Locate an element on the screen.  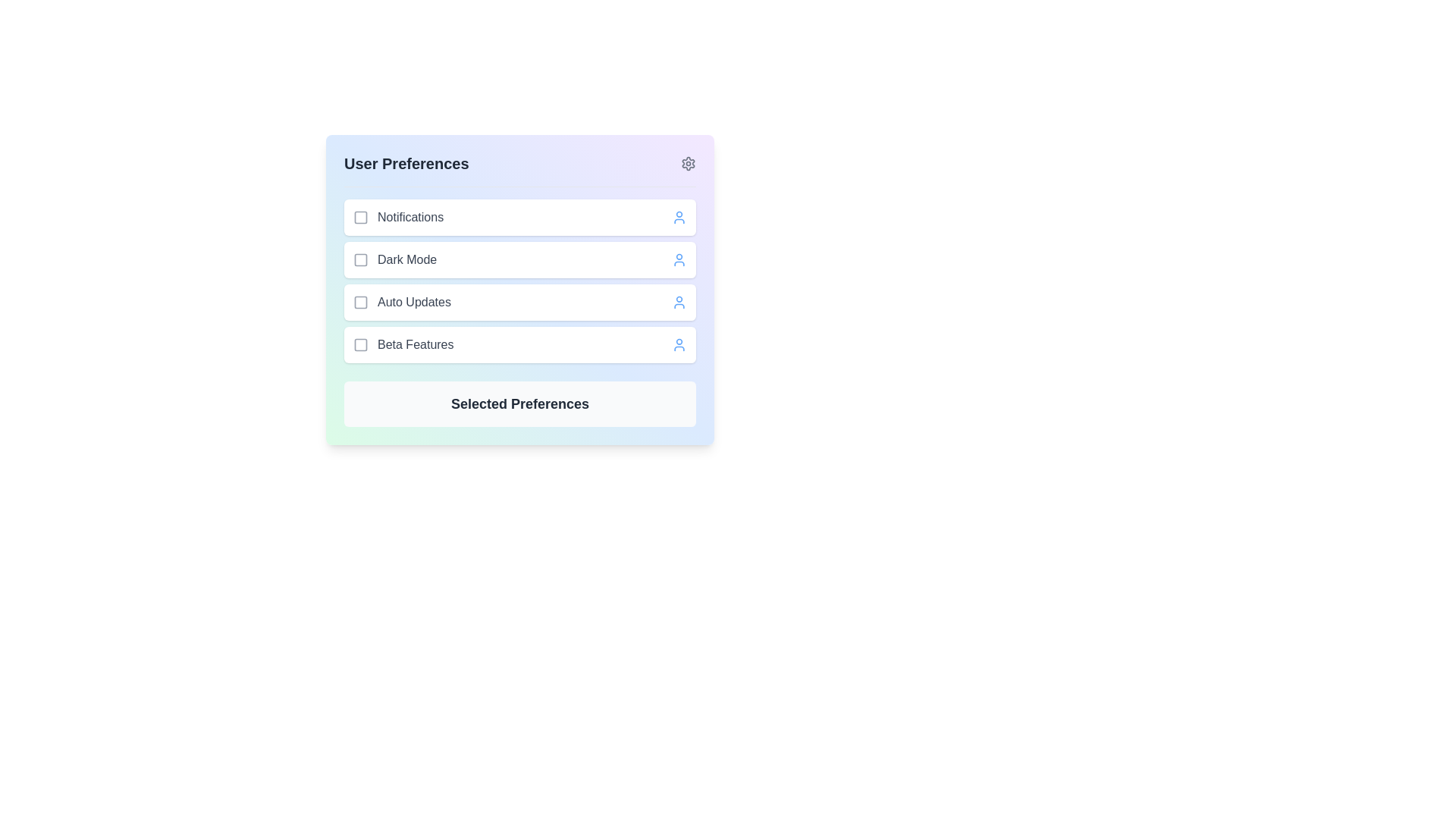
the icon associated with user-related settings for the 'Auto Updates' feature, located to the right of the 'Auto Updates' text is located at coordinates (679, 302).